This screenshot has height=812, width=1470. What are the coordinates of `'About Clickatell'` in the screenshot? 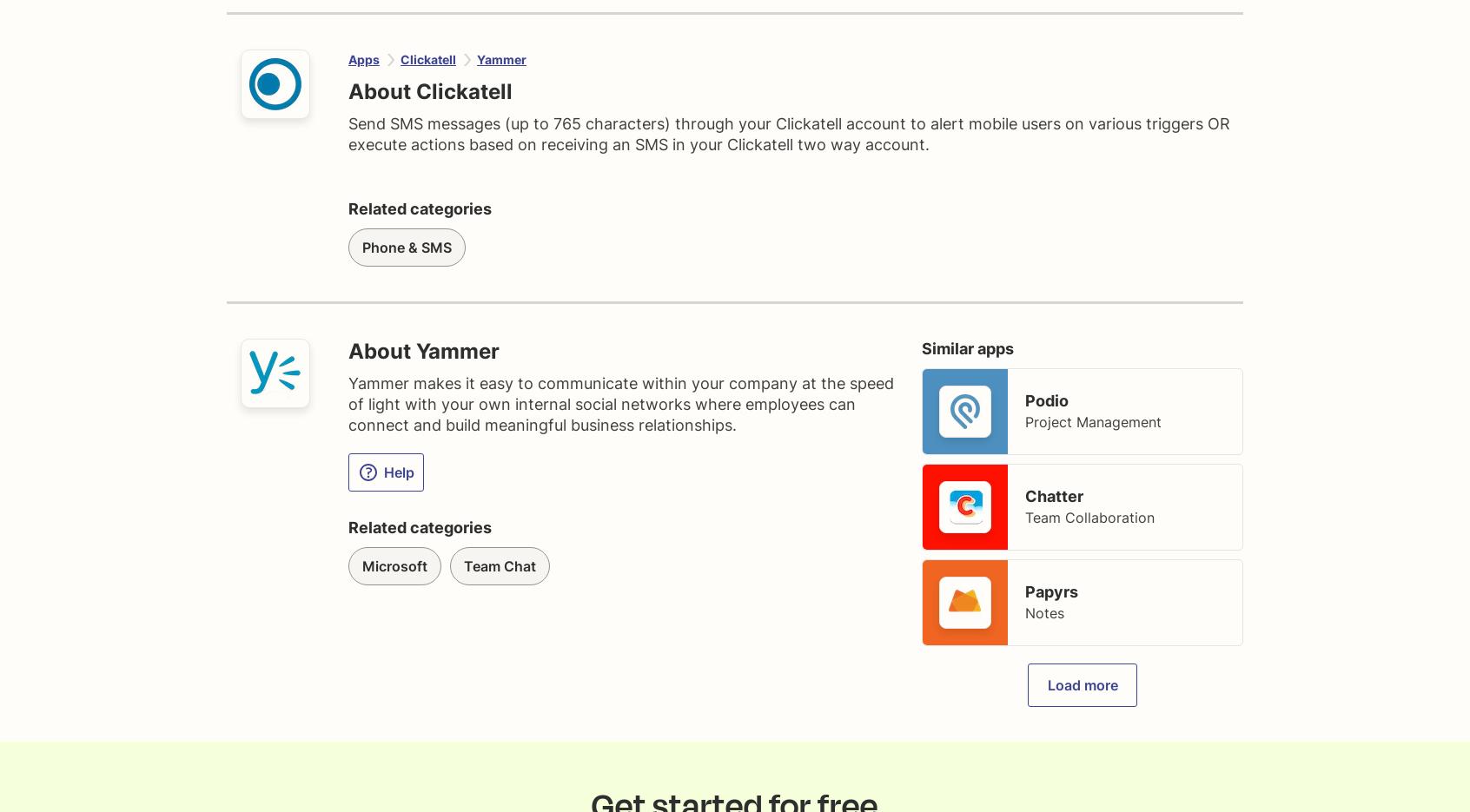 It's located at (430, 90).